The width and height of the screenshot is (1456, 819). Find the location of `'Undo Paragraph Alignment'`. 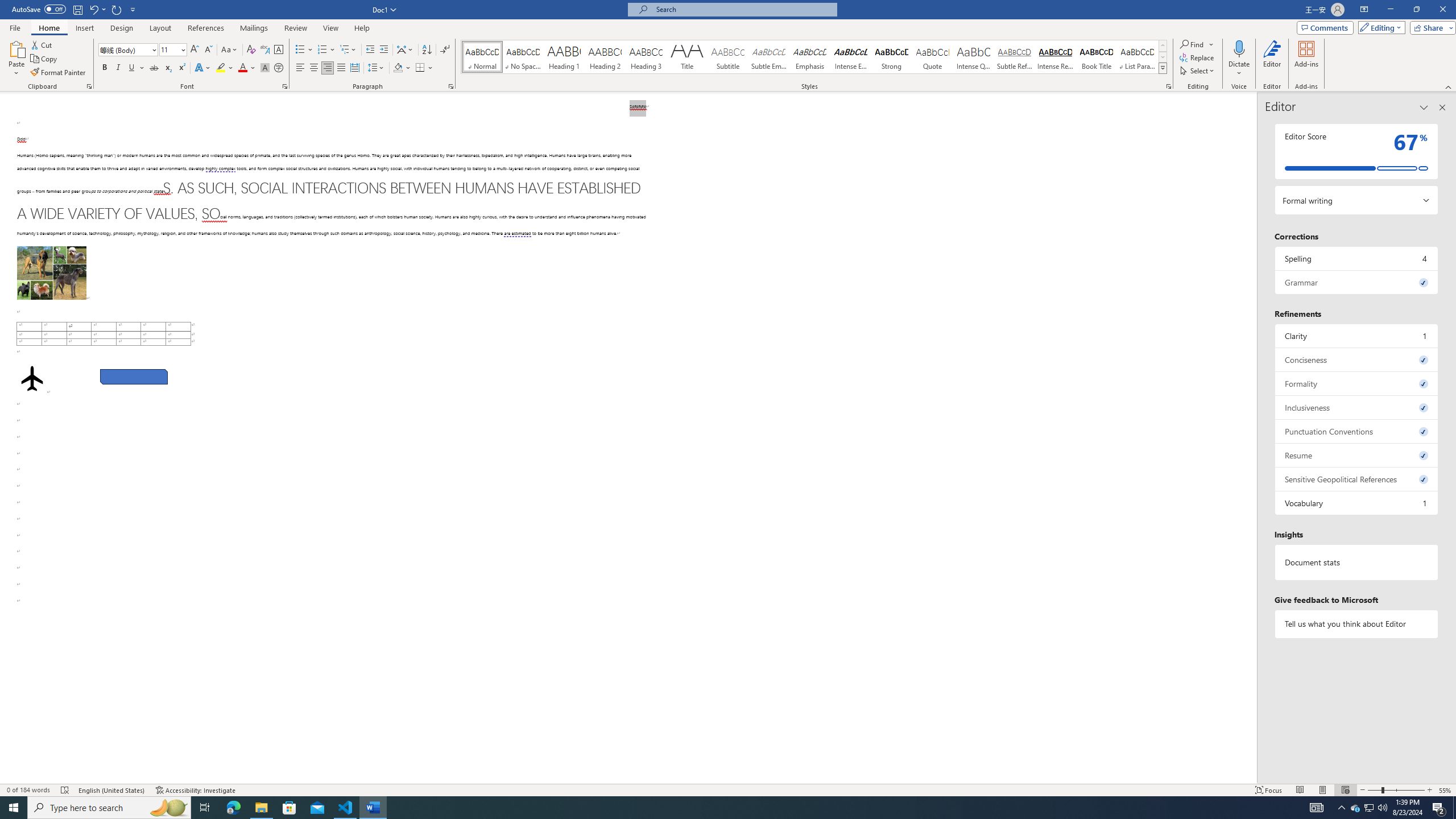

'Undo Paragraph Alignment' is located at coordinates (93, 9).